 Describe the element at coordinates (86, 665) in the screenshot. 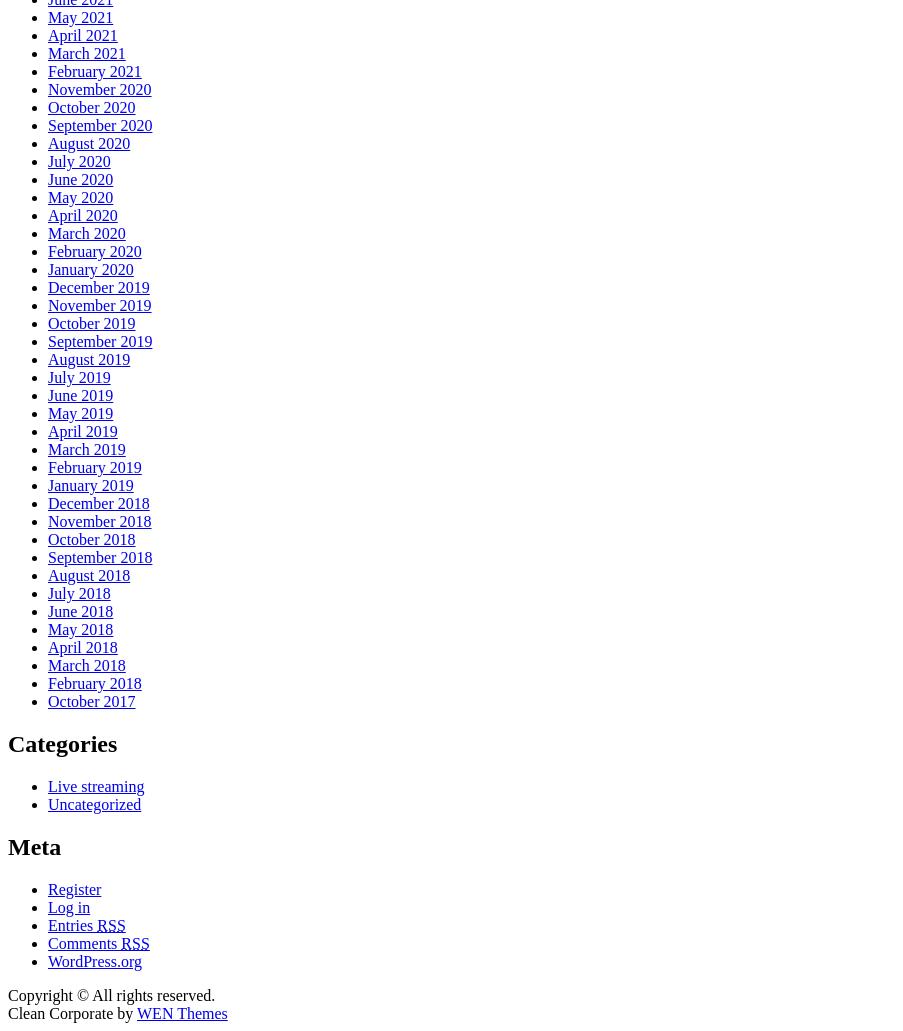

I see `'March 2018'` at that location.